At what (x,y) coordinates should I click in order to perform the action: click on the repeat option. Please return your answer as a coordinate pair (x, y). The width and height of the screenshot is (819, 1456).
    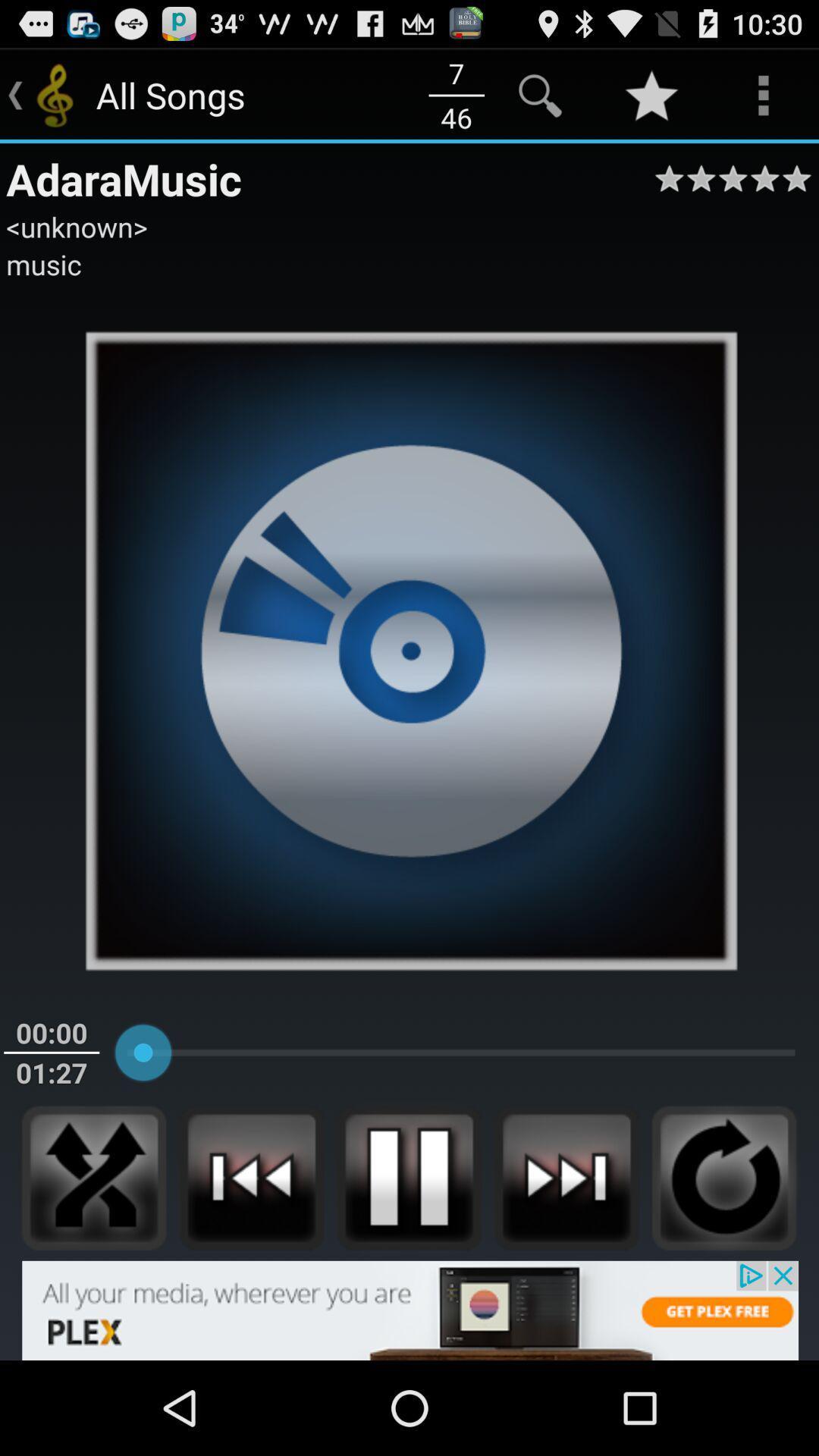
    Looking at the image, I should click on (723, 1178).